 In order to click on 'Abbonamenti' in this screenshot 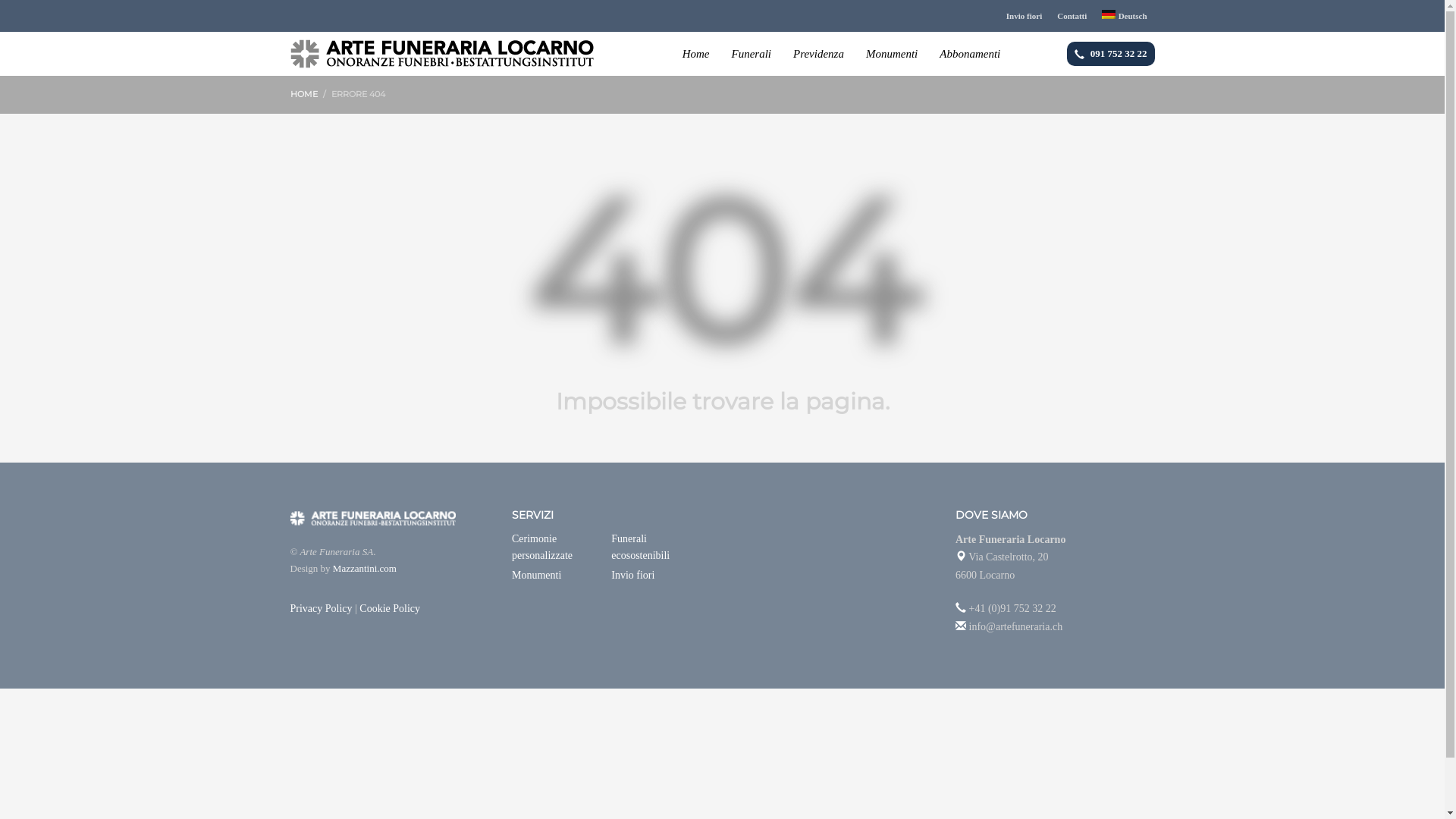, I will do `click(968, 52)`.